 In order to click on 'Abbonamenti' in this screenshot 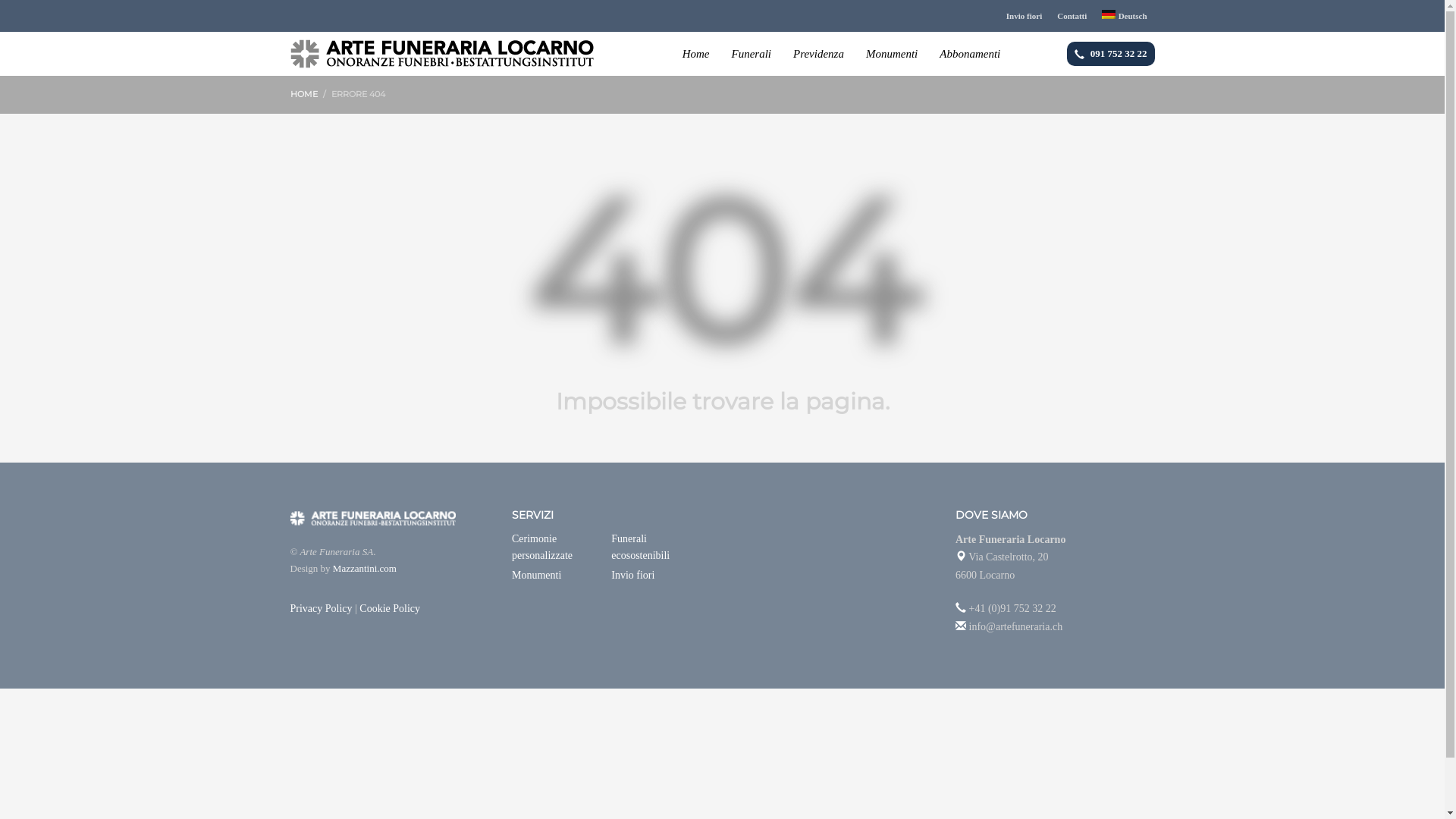, I will do `click(968, 52)`.